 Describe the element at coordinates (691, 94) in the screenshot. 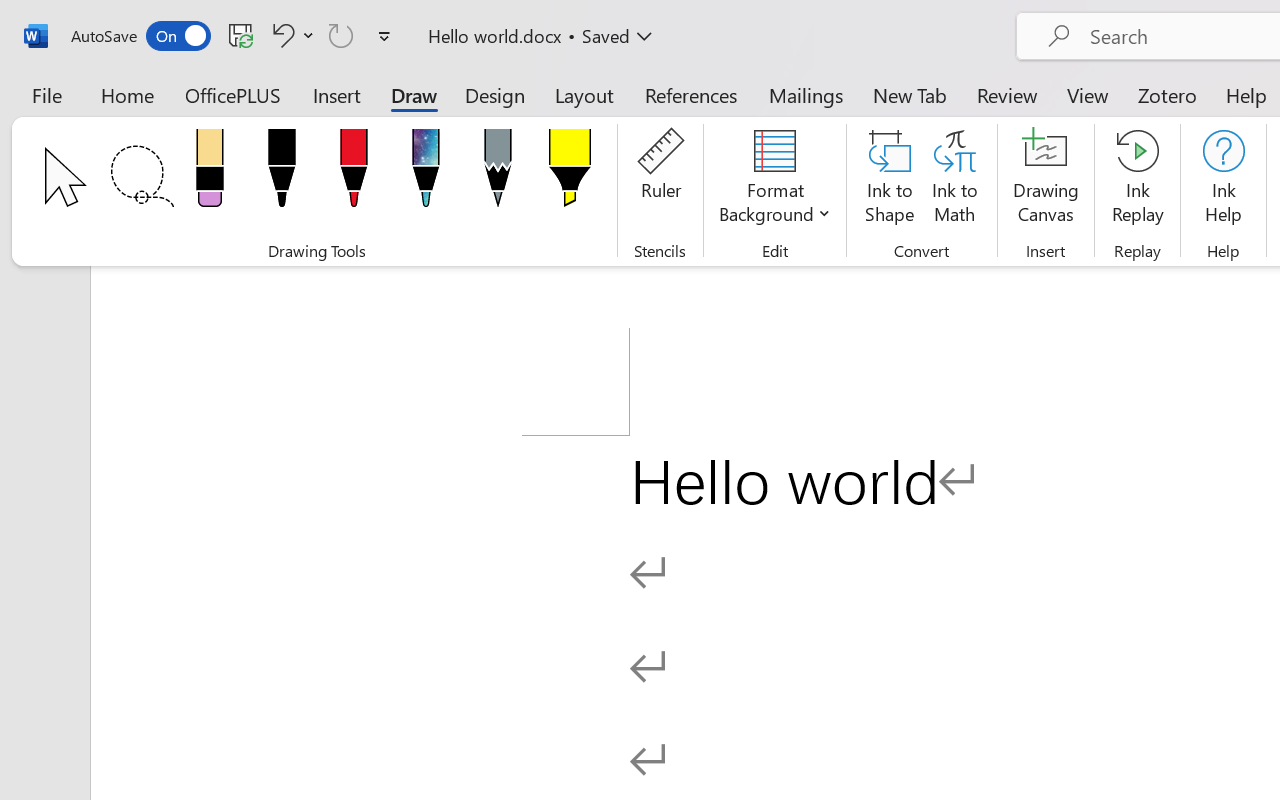

I see `'References'` at that location.